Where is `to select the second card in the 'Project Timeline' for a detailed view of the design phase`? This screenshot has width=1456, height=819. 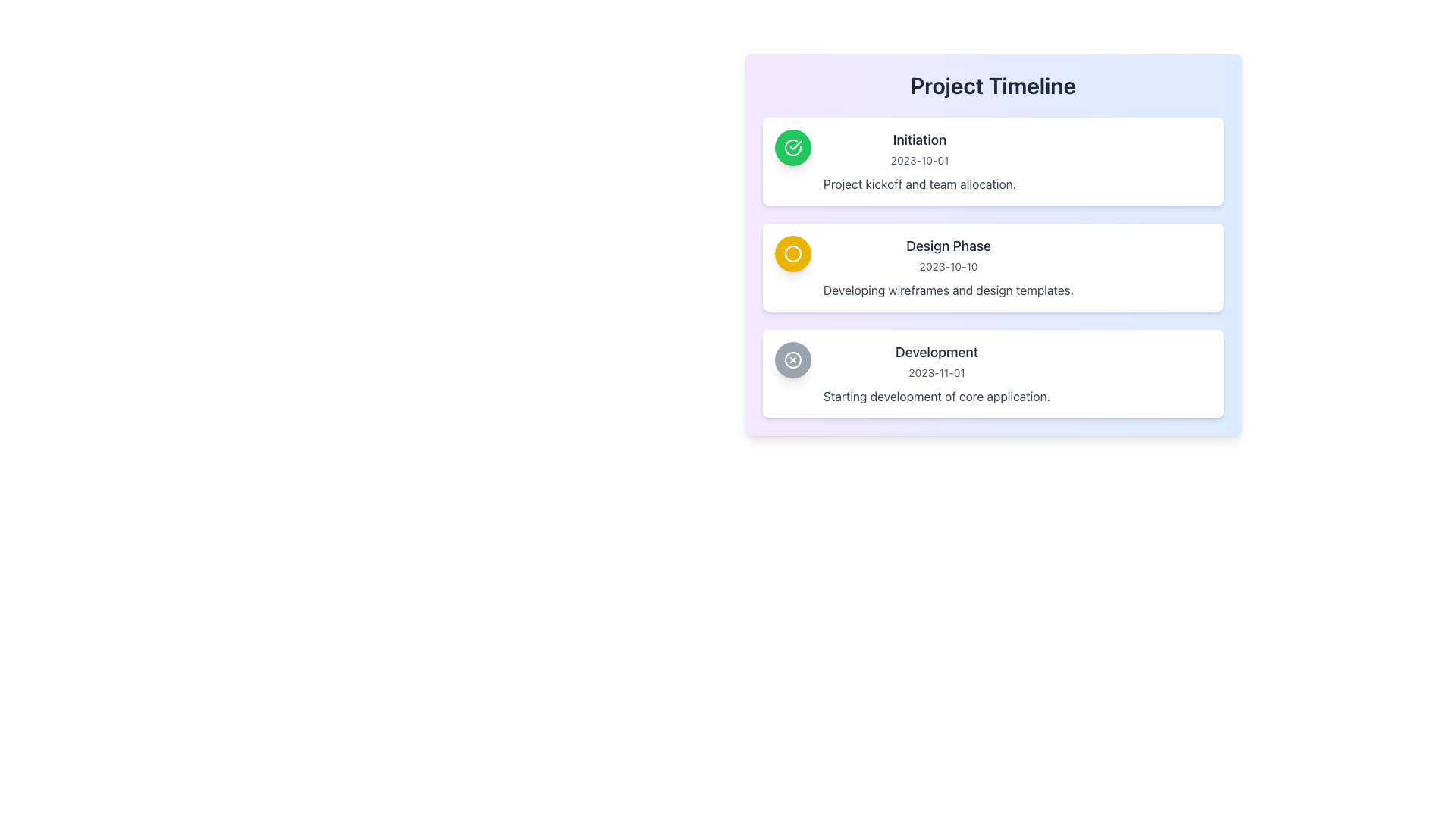 to select the second card in the 'Project Timeline' for a detailed view of the design phase is located at coordinates (993, 267).